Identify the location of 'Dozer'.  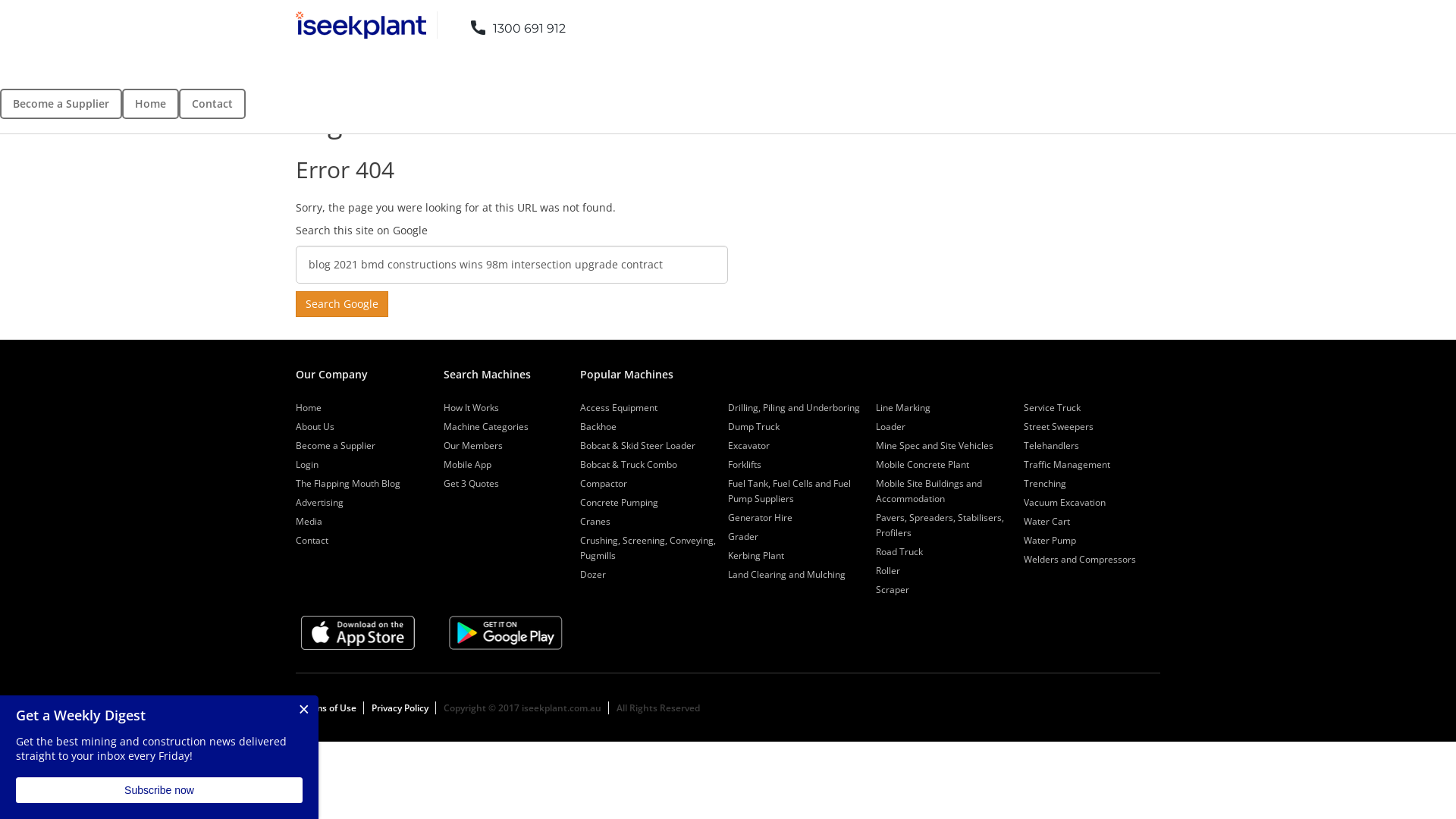
(579, 574).